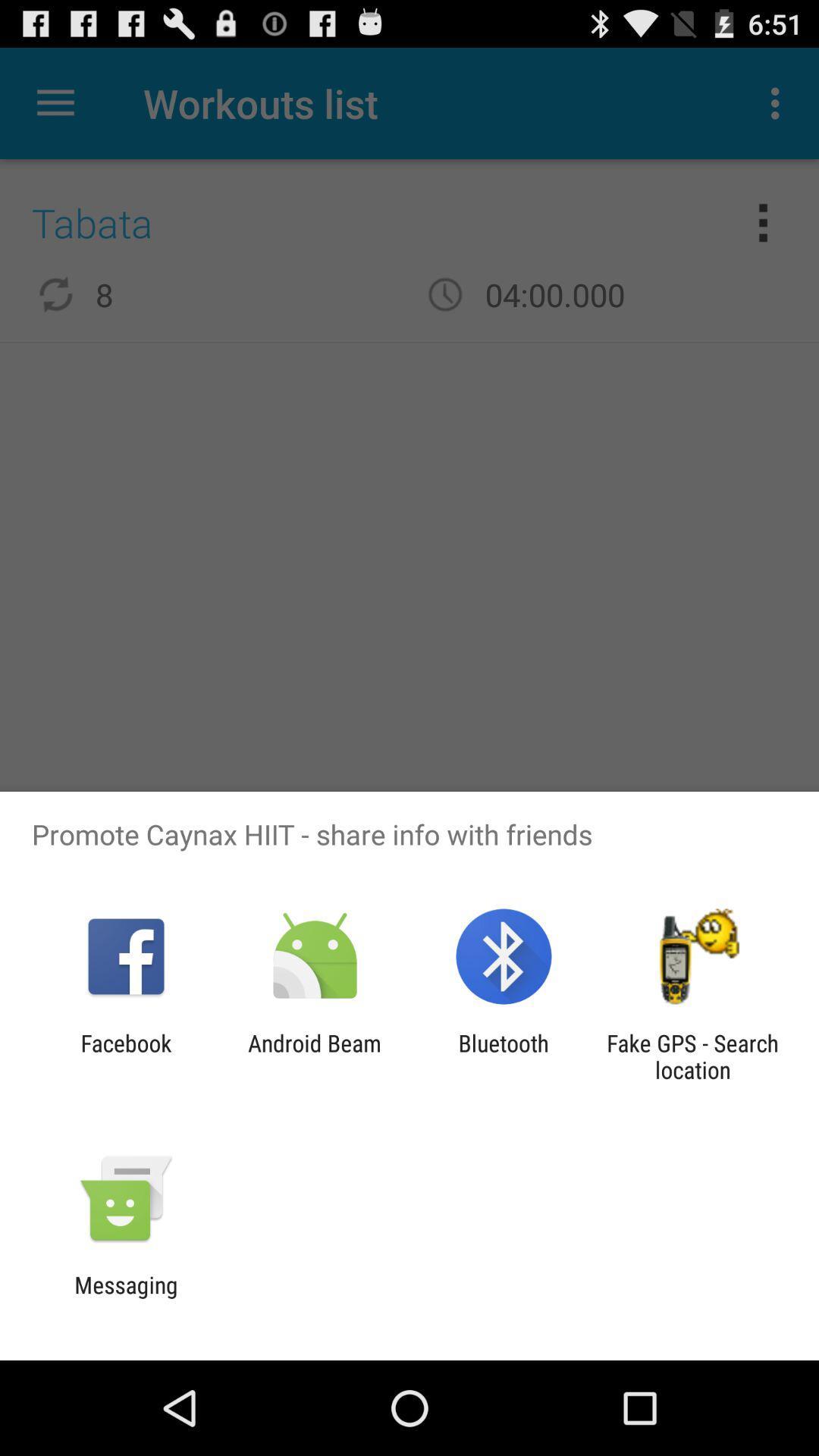 Image resolution: width=819 pixels, height=1456 pixels. Describe the element at coordinates (125, 1298) in the screenshot. I see `messaging app` at that location.